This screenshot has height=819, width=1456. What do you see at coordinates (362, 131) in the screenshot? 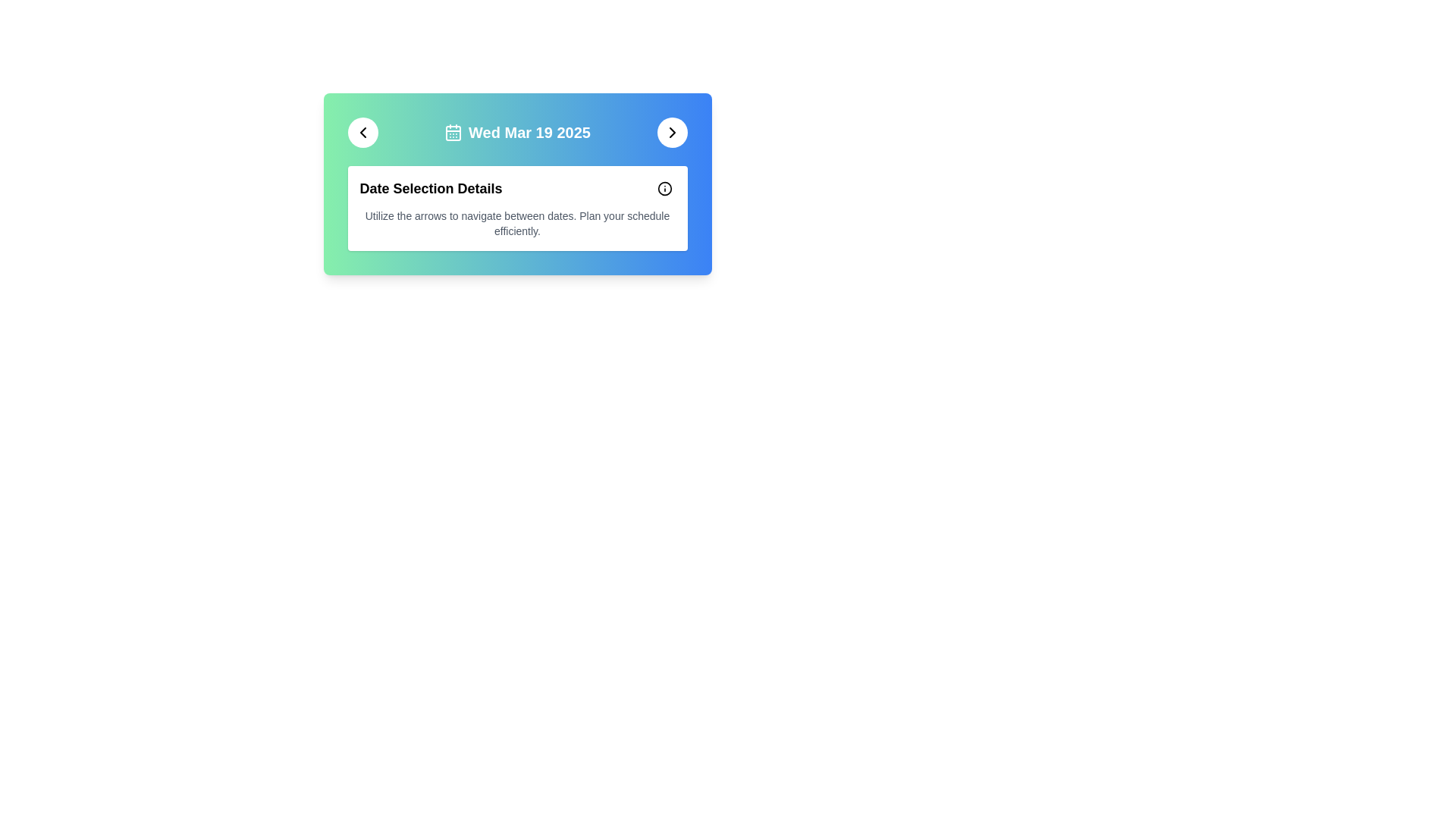
I see `the left-pointing chevron icon, which is located within a circular button on the left end of a horizontal gradient bar, to trigger the tooltip or visual feedback` at bounding box center [362, 131].